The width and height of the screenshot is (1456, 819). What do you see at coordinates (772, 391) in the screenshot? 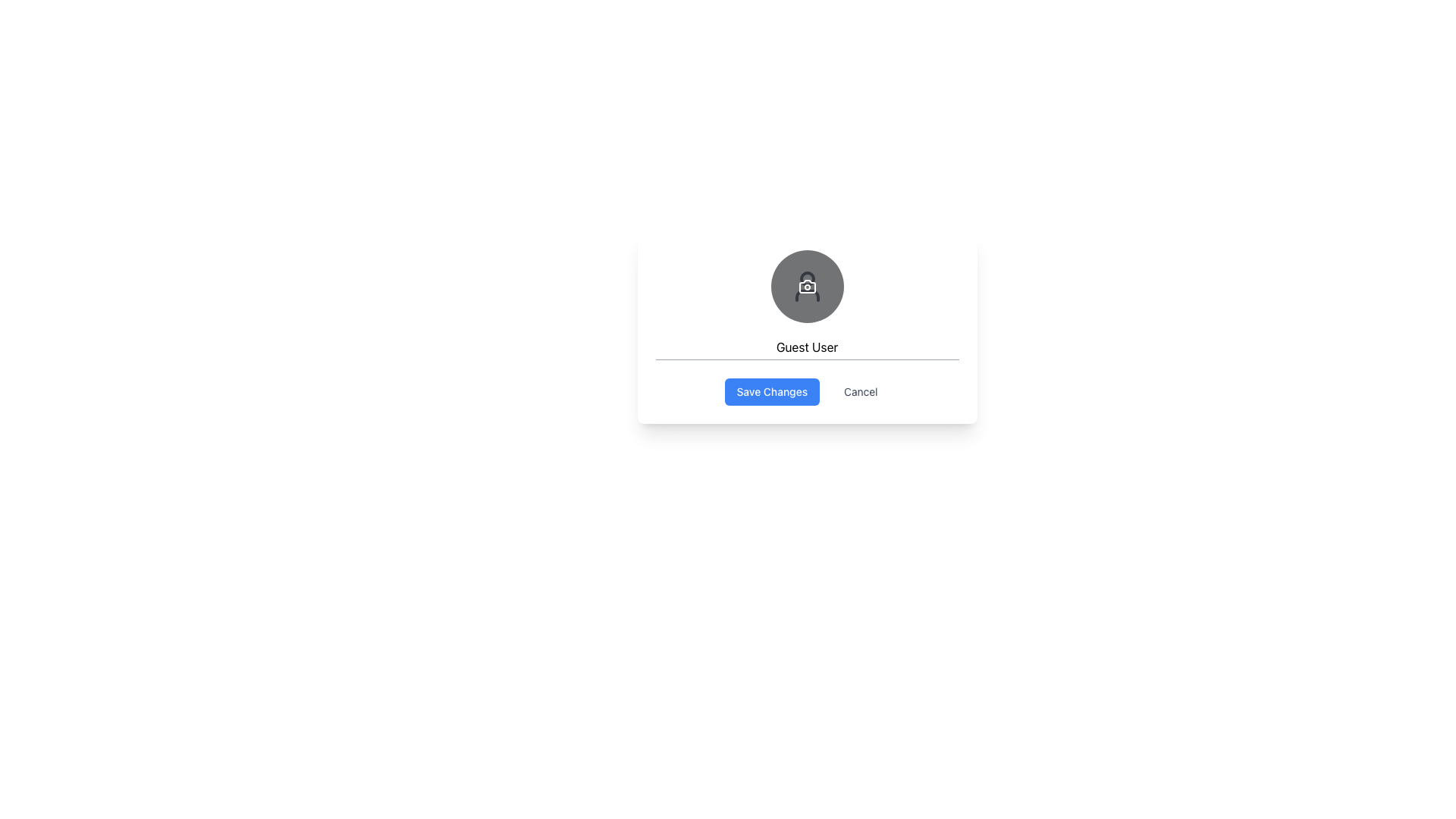
I see `the 'Save Changes' button, which is a rectangular button with a vibrant blue background and white text, located in the centered modal dialog below the 'Guest User' label` at bounding box center [772, 391].